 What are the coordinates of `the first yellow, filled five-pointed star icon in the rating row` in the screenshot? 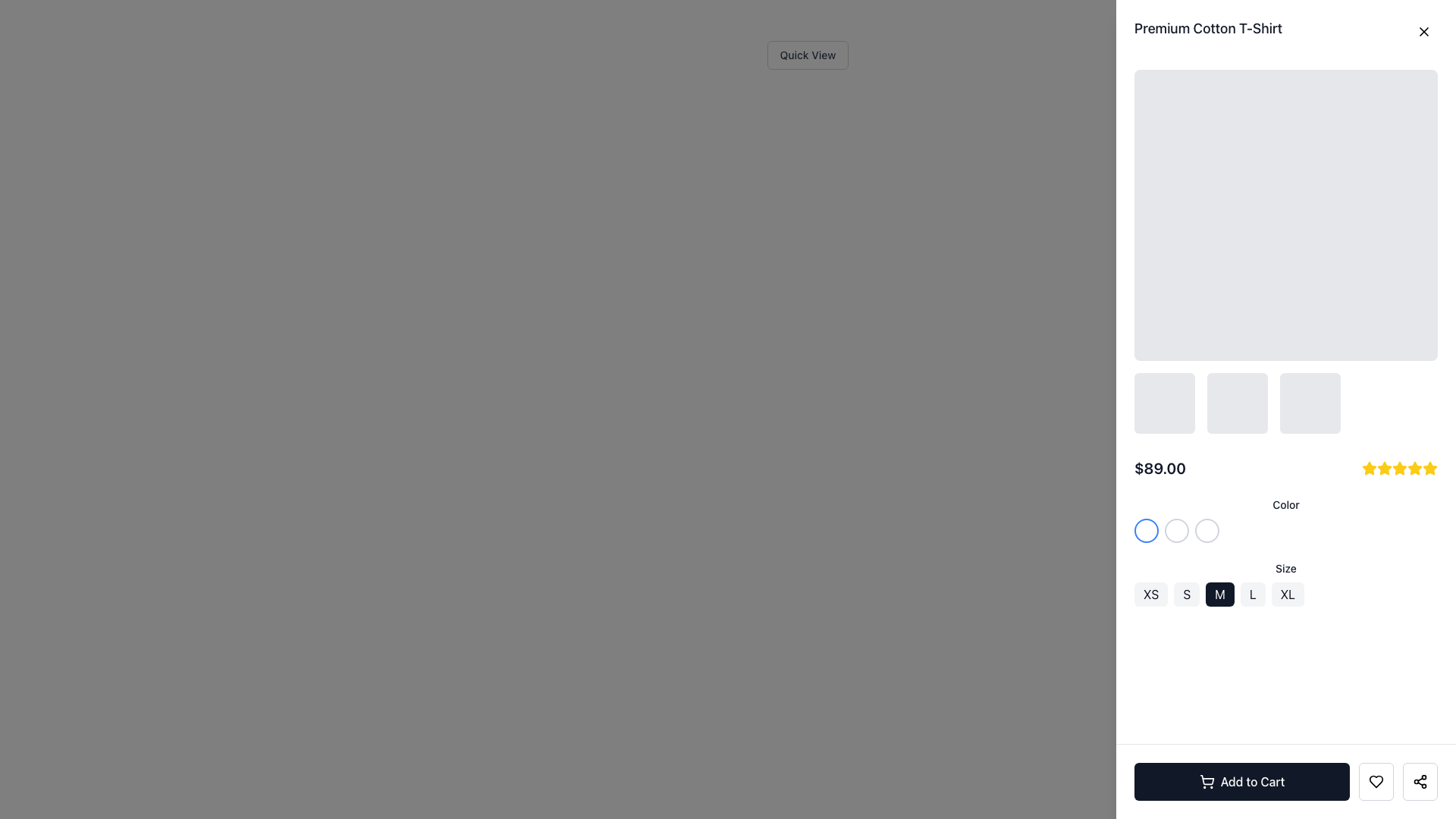 It's located at (1369, 467).